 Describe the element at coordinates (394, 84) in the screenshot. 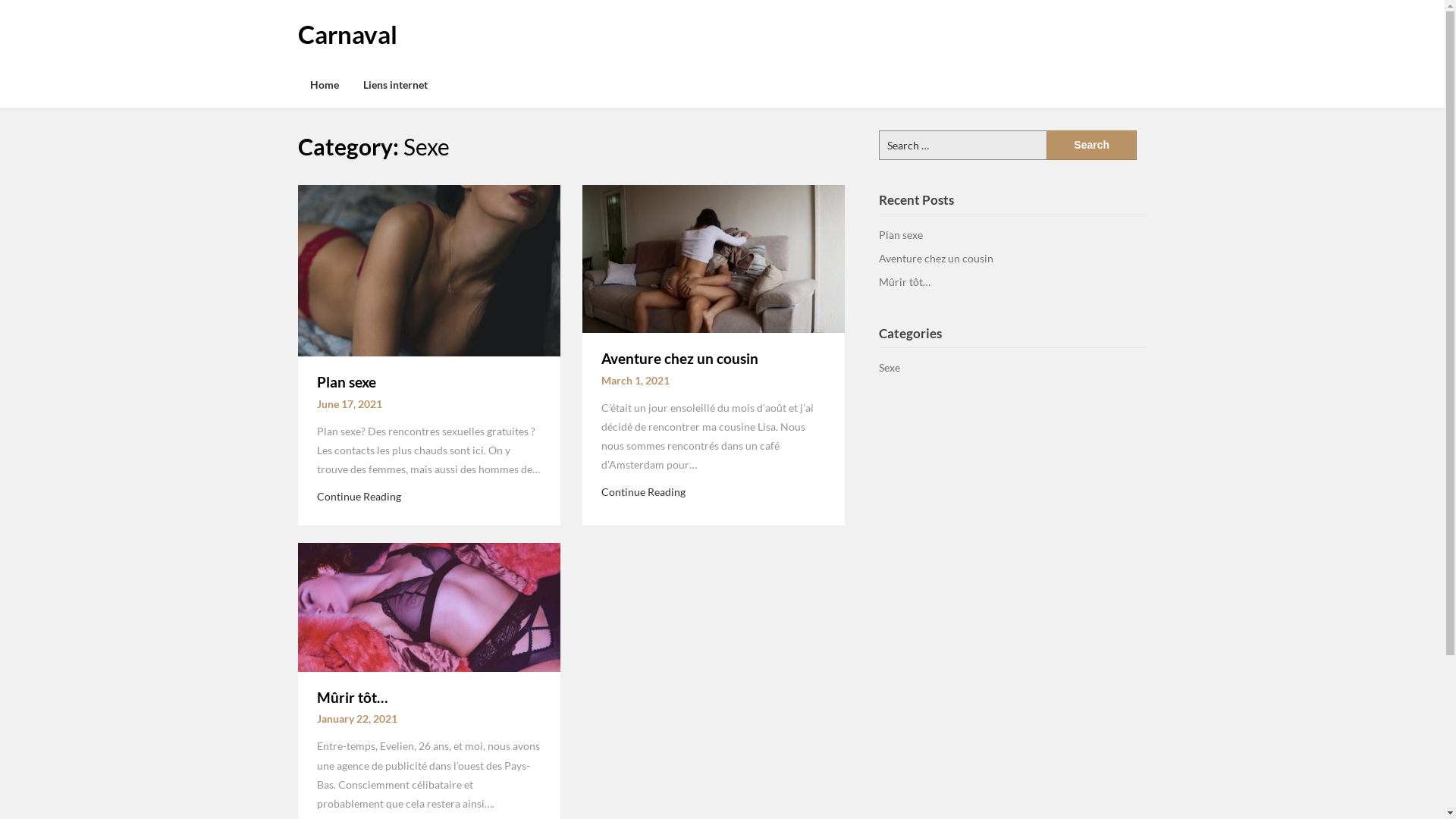

I see `'Liens internet'` at that location.